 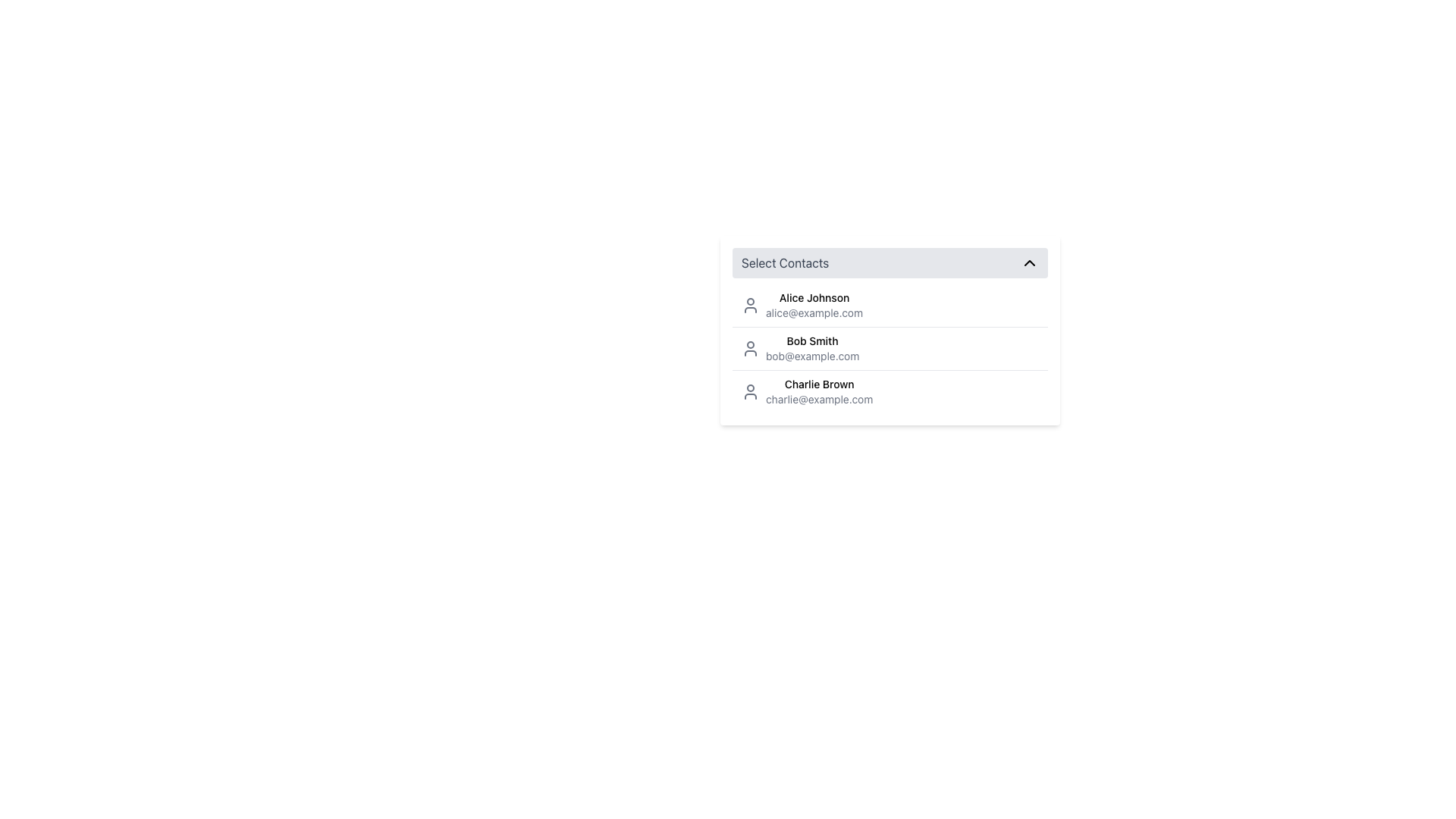 What do you see at coordinates (814, 312) in the screenshot?
I see `the text label displaying the email address 'alice@example.com', which is styled in small gray text and located below the name 'Alice Johnson' in the contact list` at bounding box center [814, 312].